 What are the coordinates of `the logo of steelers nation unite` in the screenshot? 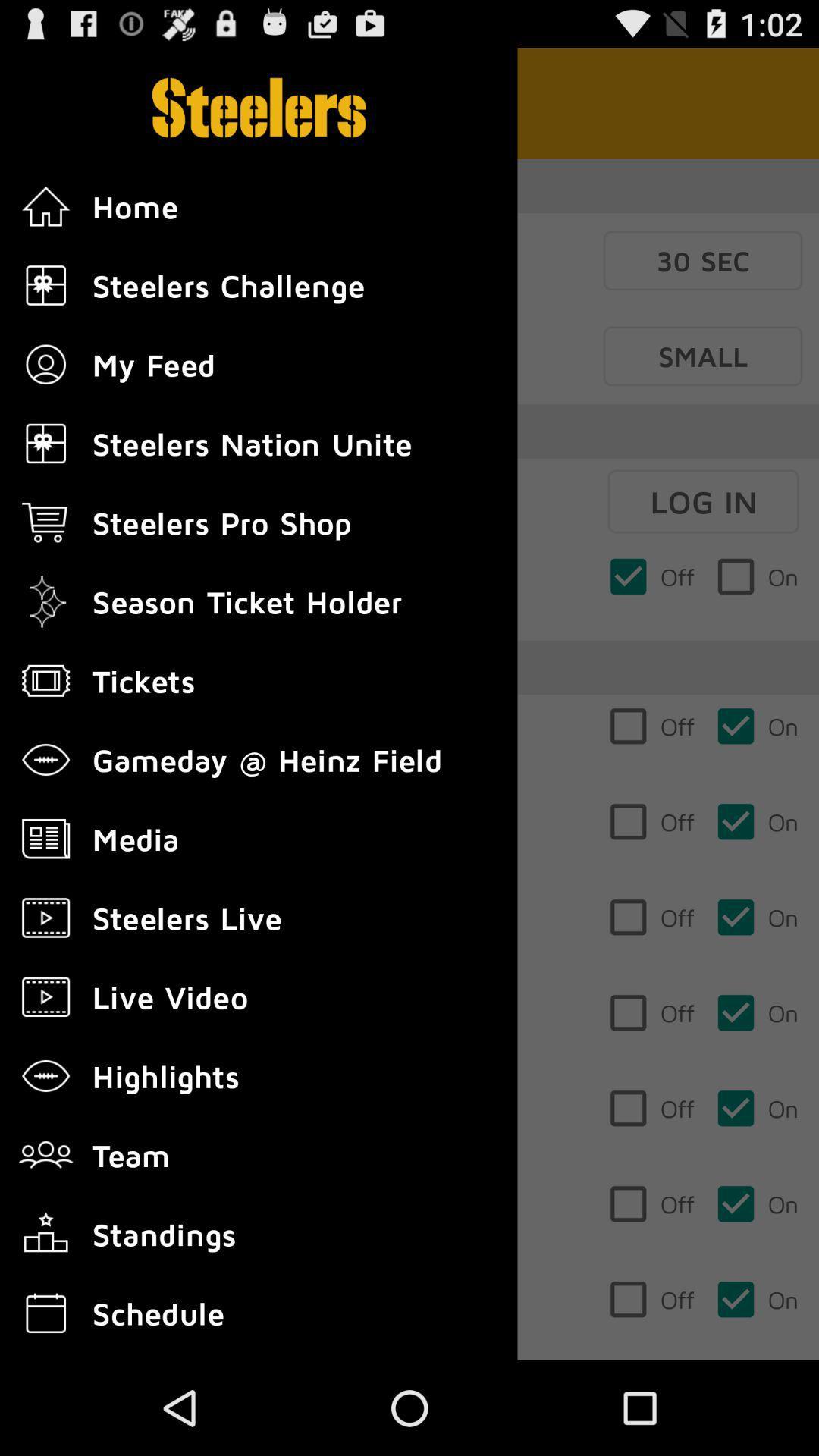 It's located at (45, 443).